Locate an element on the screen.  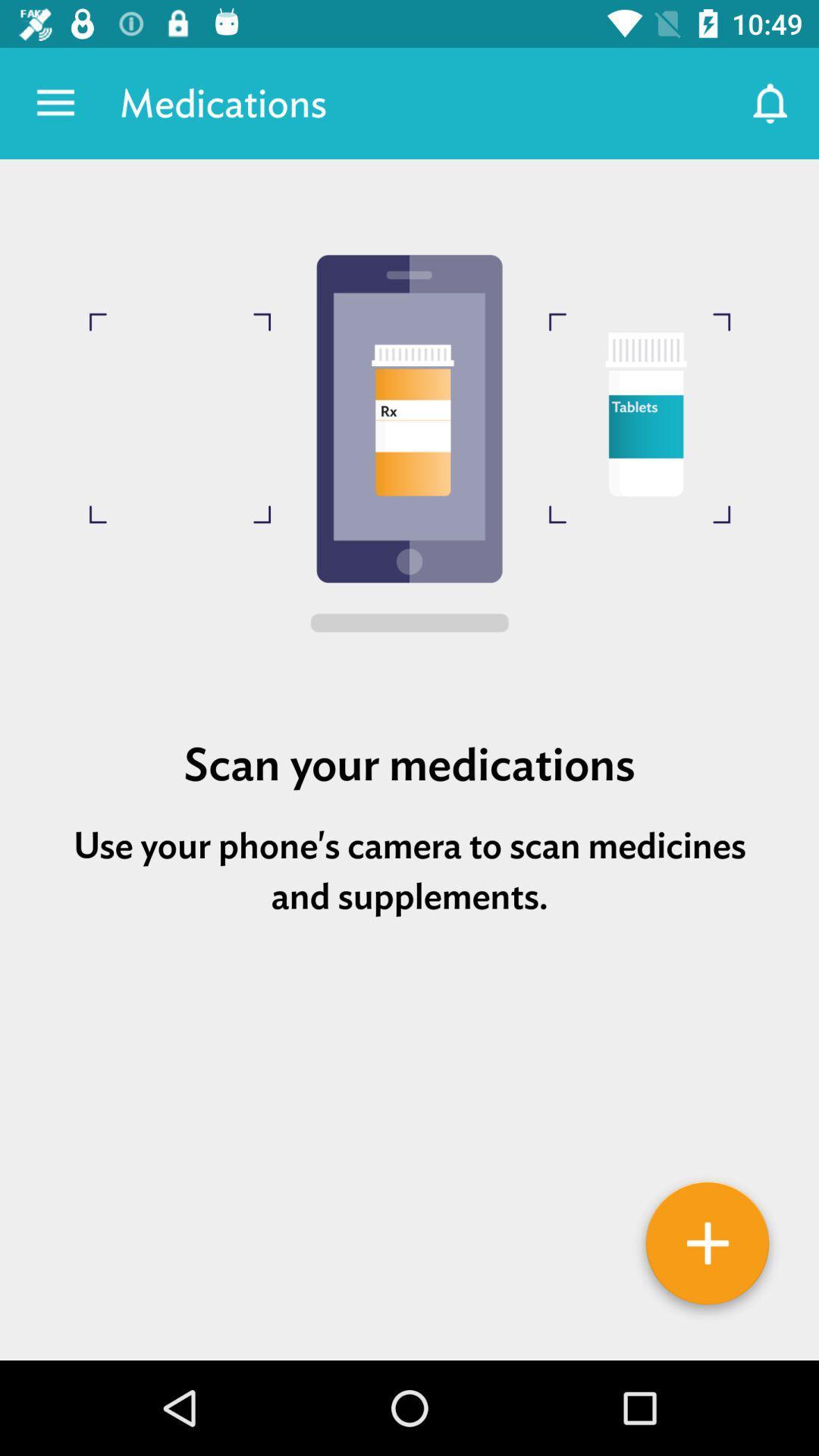
item at the top right corner is located at coordinates (771, 102).